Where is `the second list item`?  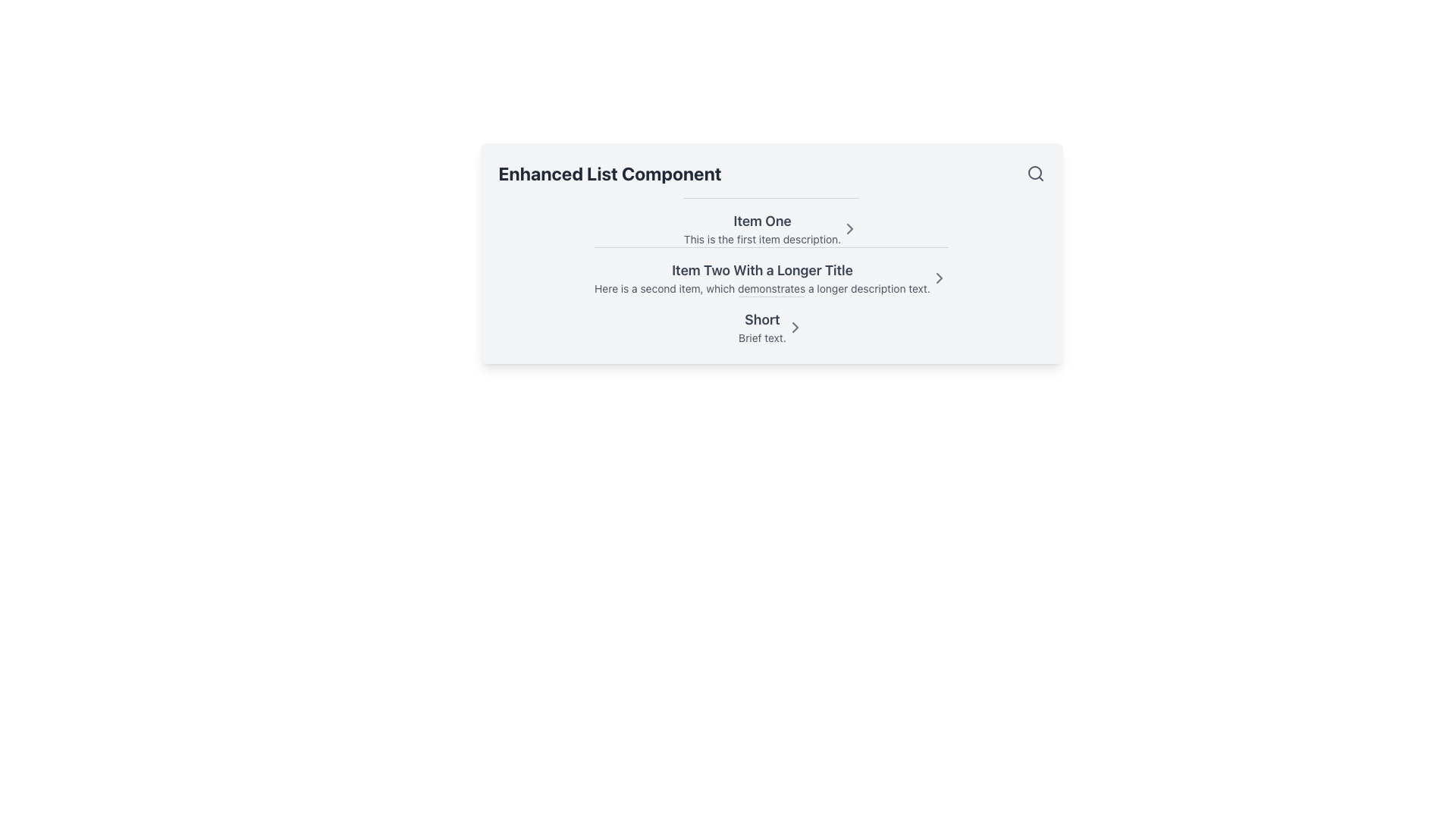
the second list item is located at coordinates (771, 271).